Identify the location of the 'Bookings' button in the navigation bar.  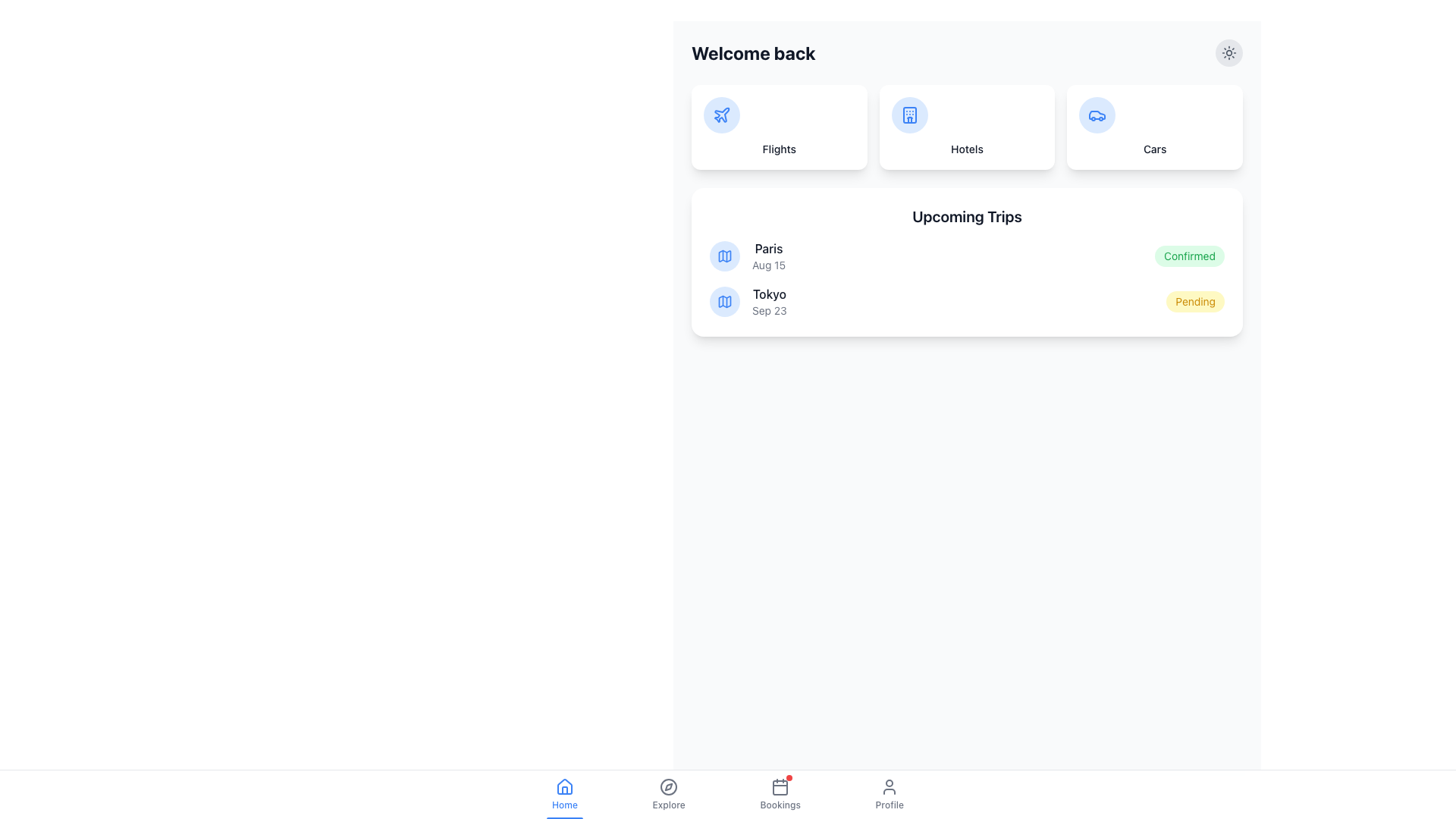
(780, 794).